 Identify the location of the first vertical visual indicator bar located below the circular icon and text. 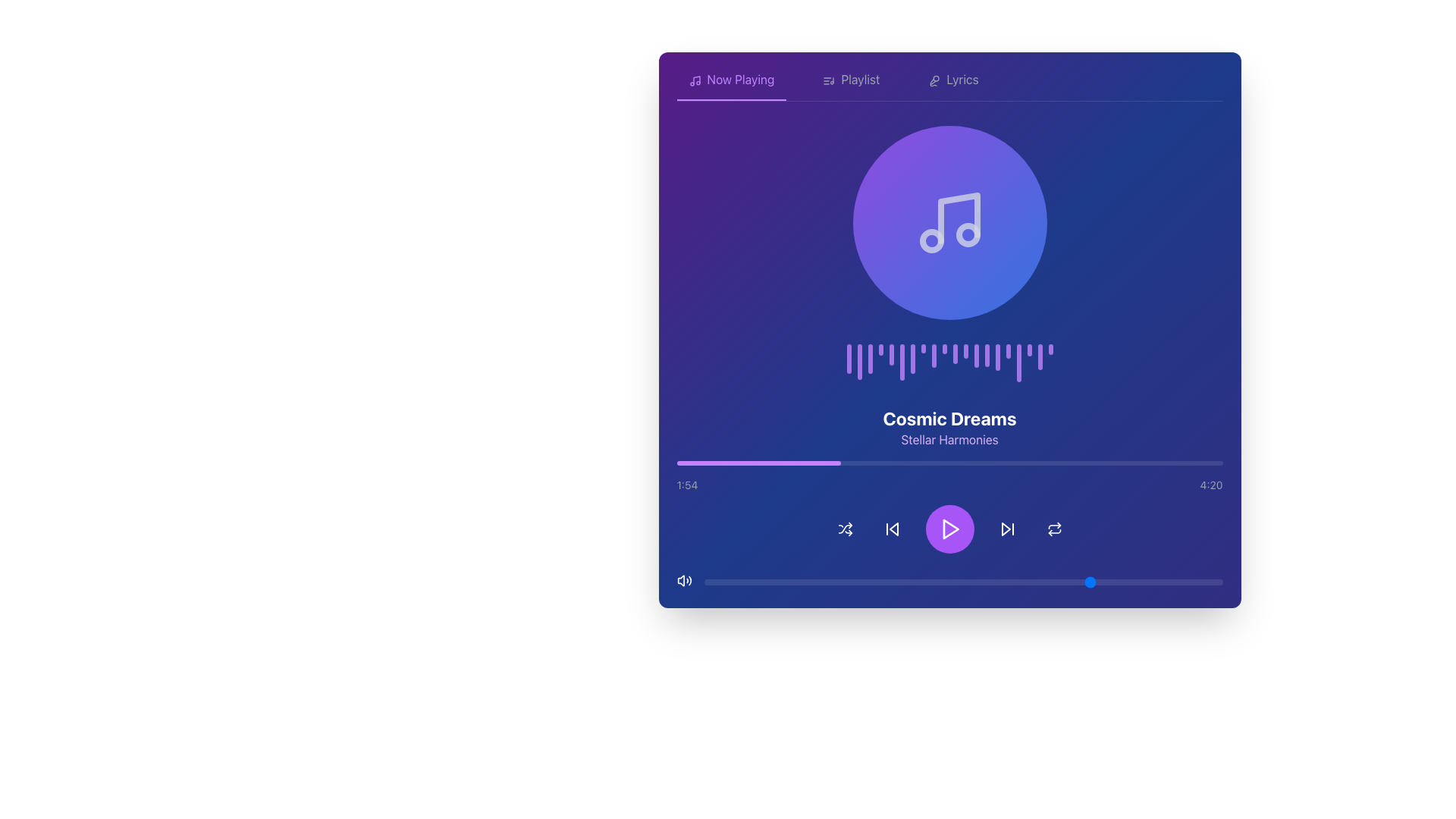
(848, 359).